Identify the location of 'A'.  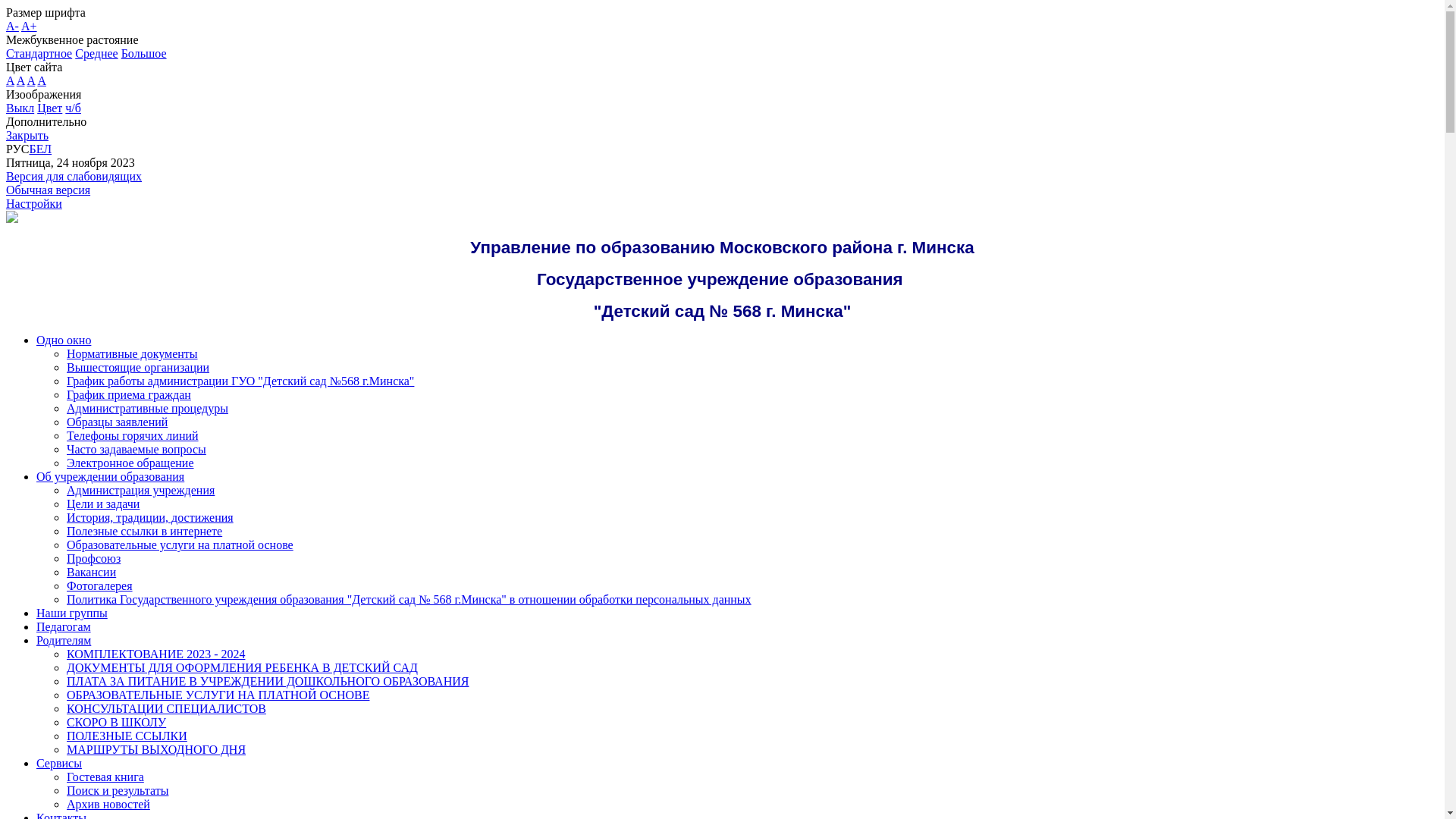
(41, 80).